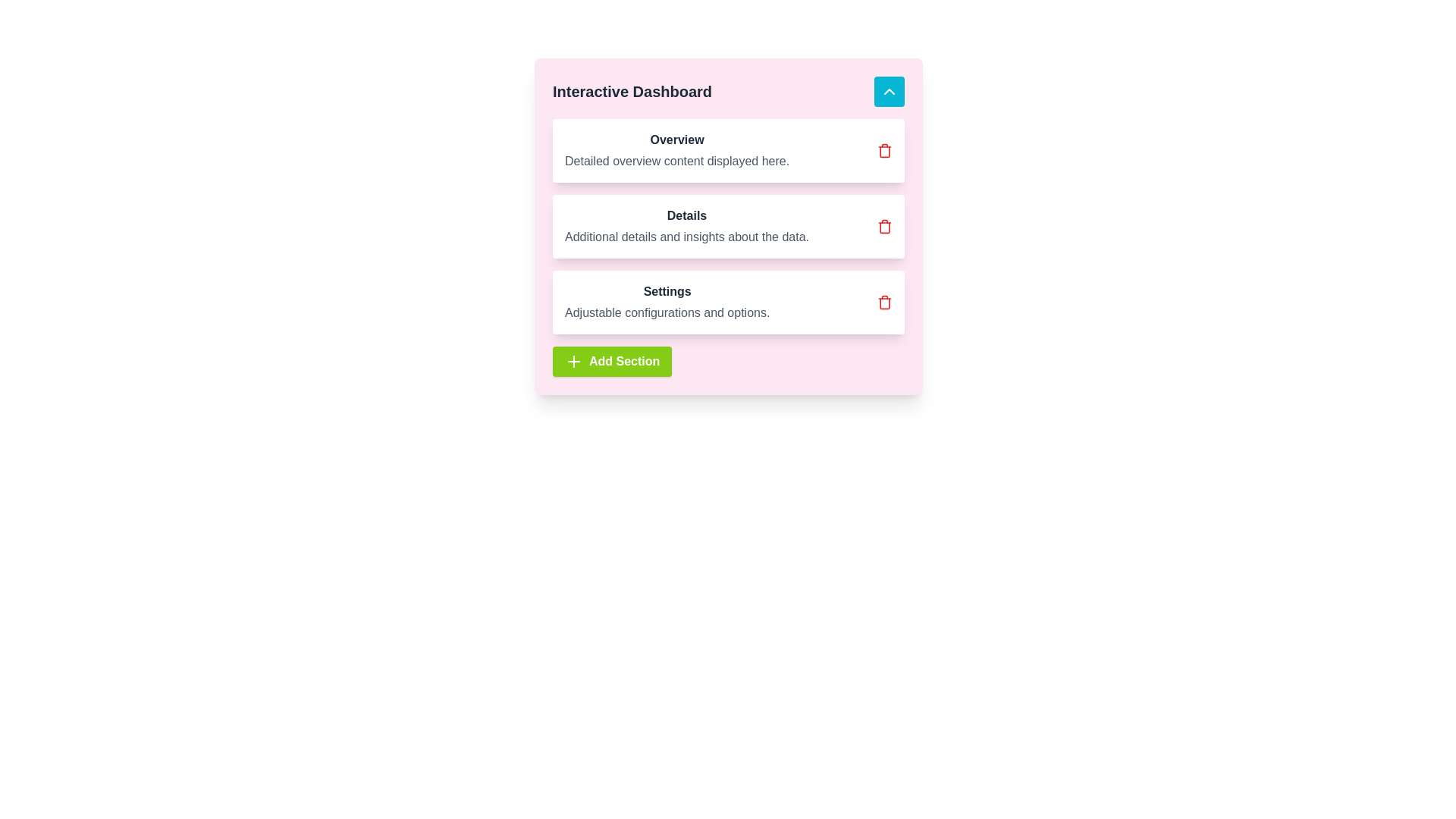 This screenshot has width=1456, height=819. I want to click on the text block stating 'Detailed overview content displayed here.' which is styled with a gray font and located below the header 'Overview' in a light card-like structure, so click(676, 161).